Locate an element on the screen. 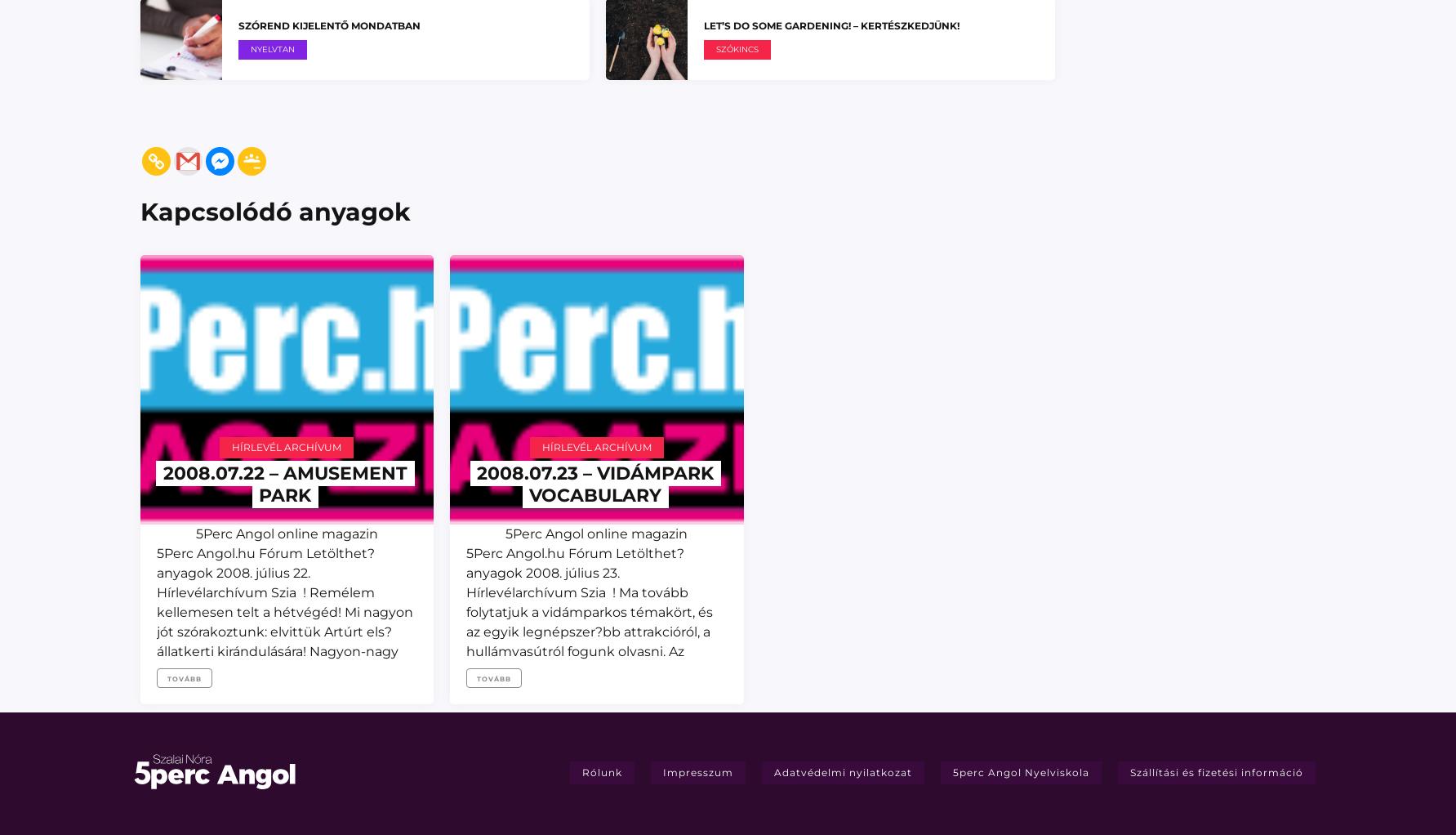  '5Perc Angol online magazin 5Perc Angol.hu Fórum Letölthet? anyagok 2008. július 23. Hírlevélarchívum Szia  ! Ma tovább folytatjuk a vidámparkos témakört, és az egyik legnépszer?bb attrakcióról, a hullámvasútról fogunk olvasni. Az olvasmány után egy rövid feladat következik, majd egy képes szótár azokról az ételekr?l, amiket általában egy vidámparkban vagy' is located at coordinates (588, 631).